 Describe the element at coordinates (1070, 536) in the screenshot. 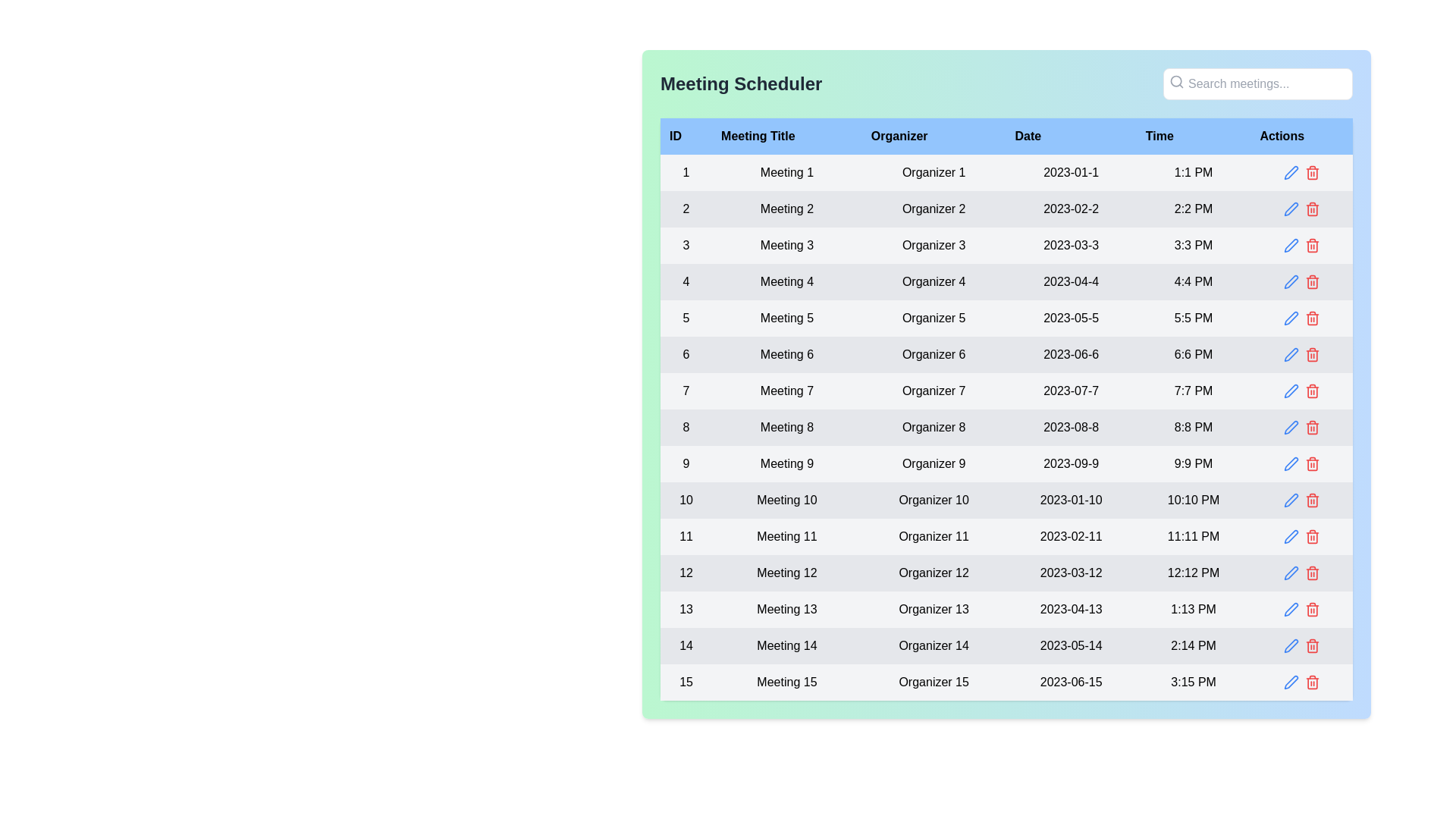

I see `text label displaying the date '2023-02-11' in black font, located in the 'Date' column of the table for 'Meeting 11'` at that location.